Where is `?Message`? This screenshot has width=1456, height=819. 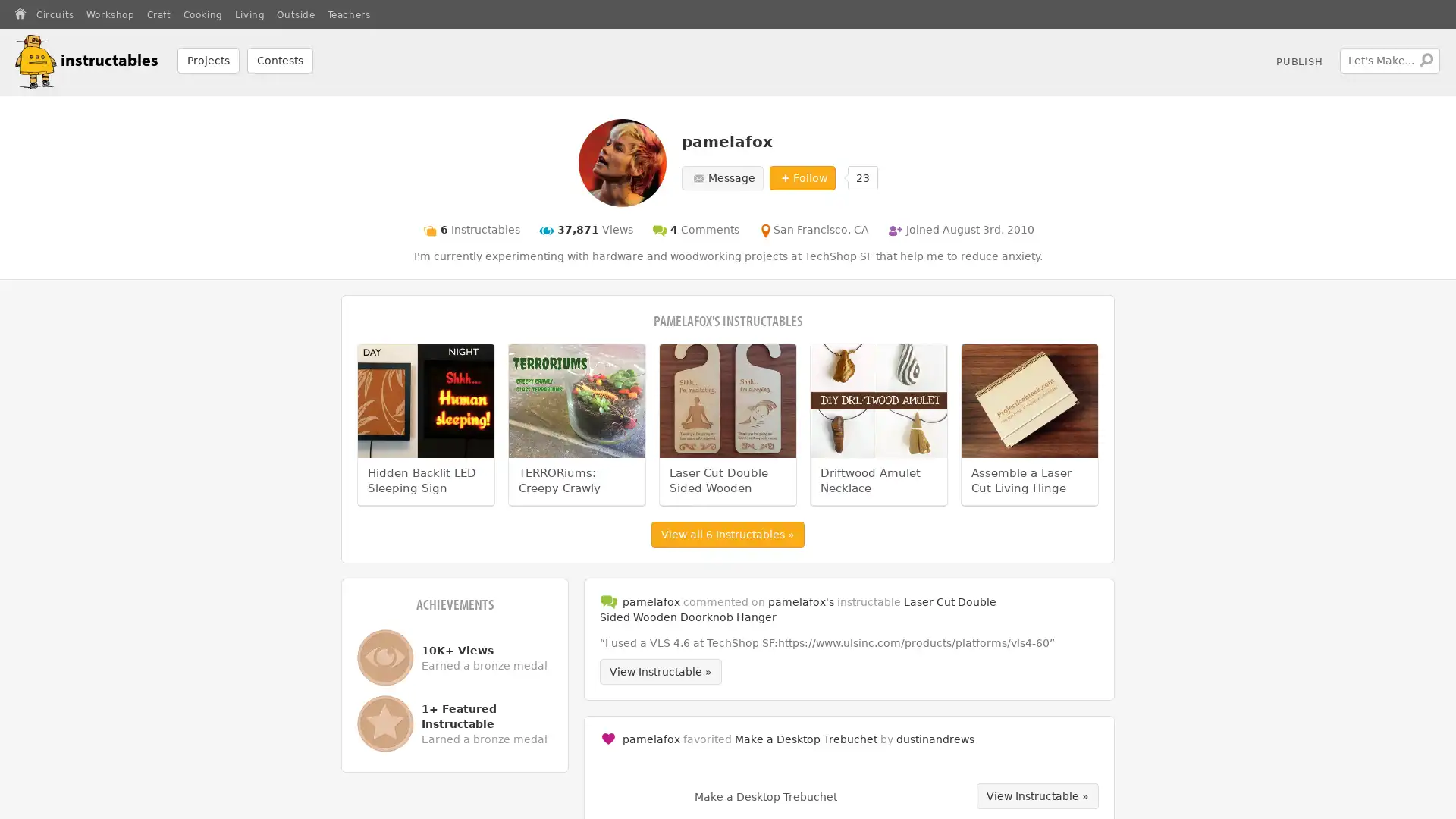 ?Message is located at coordinates (720, 177).